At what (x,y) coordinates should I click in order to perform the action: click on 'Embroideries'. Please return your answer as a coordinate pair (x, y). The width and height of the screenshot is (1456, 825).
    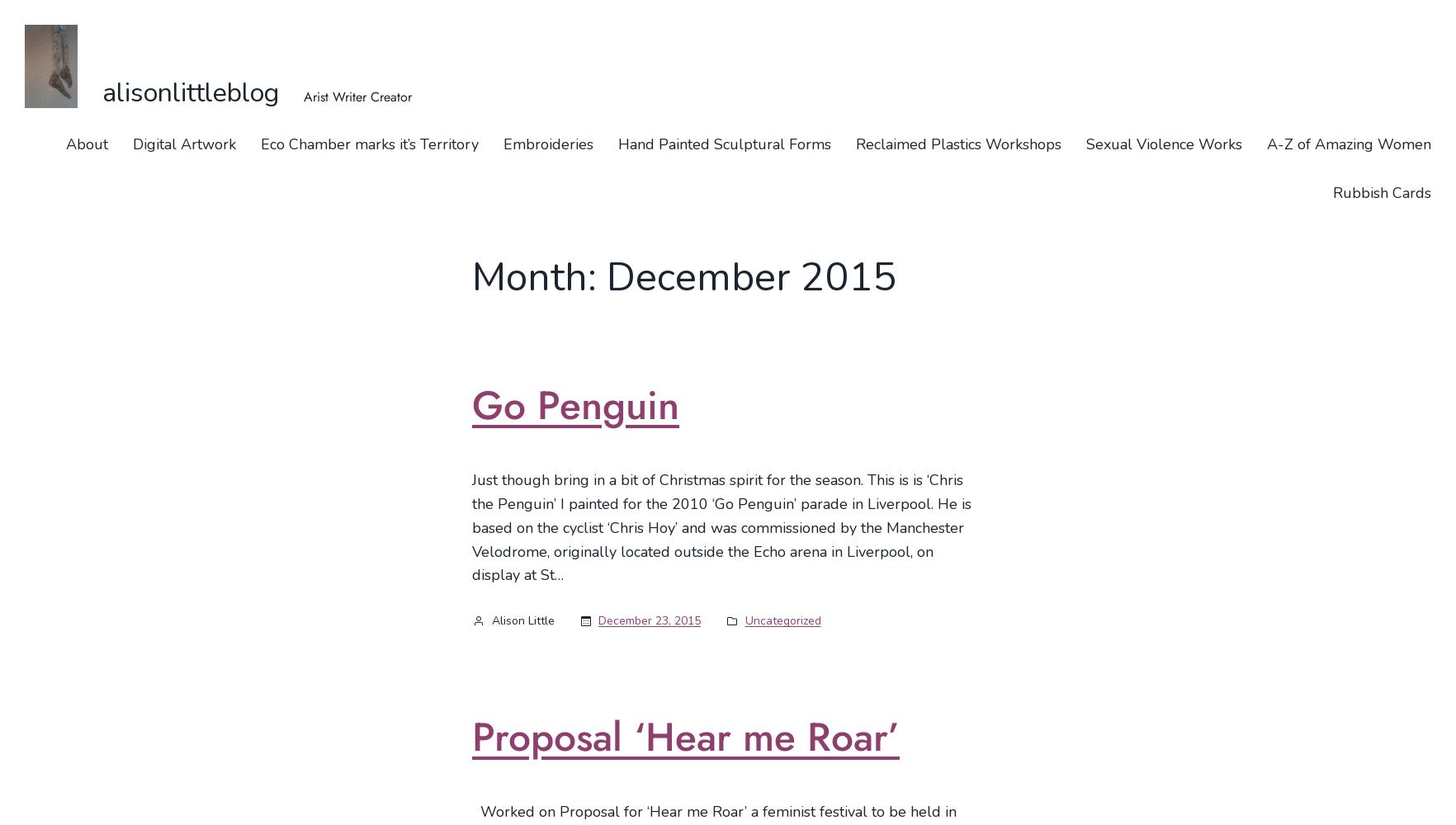
    Looking at the image, I should click on (548, 144).